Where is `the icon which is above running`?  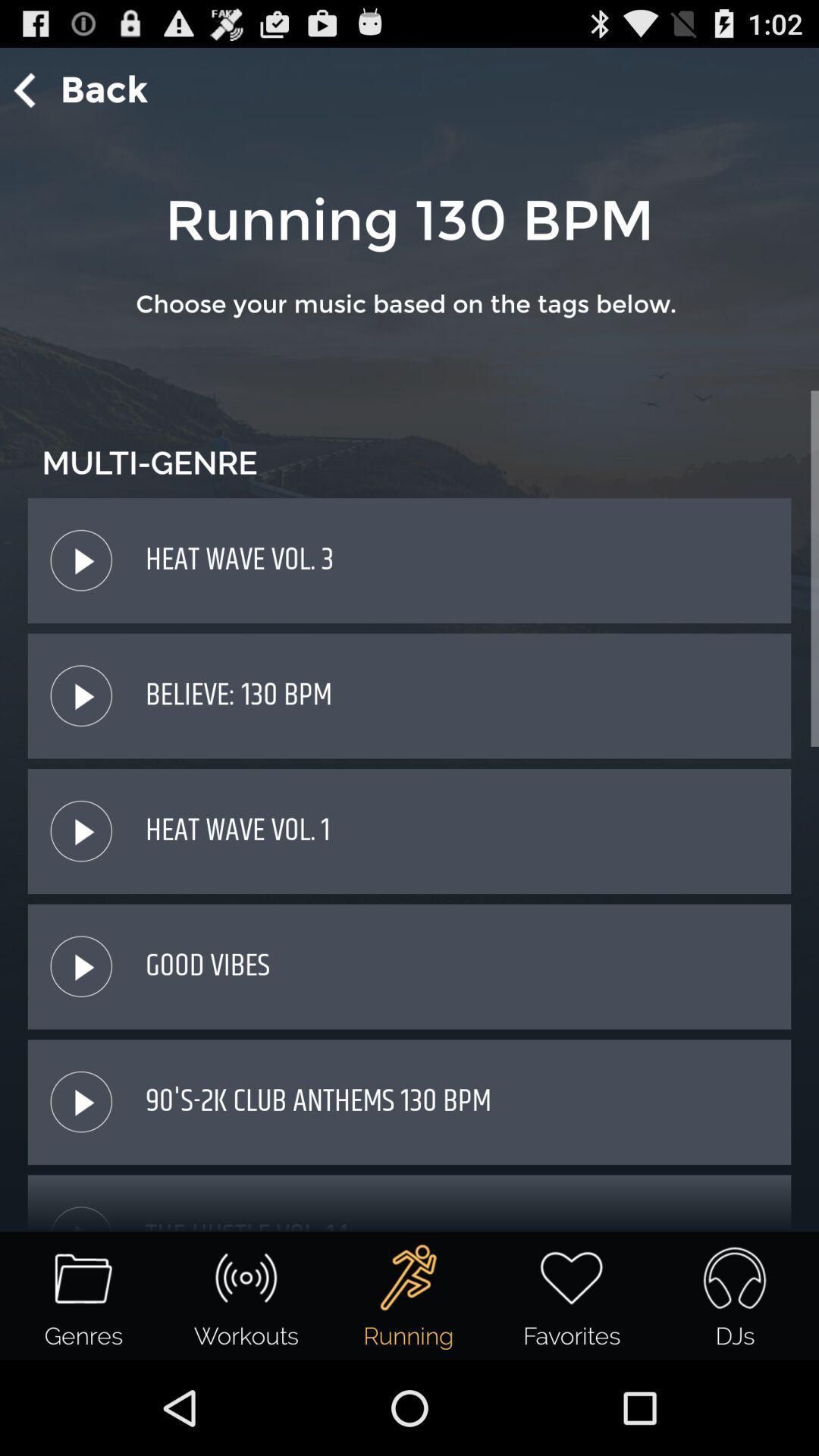
the icon which is above running is located at coordinates (408, 1277).